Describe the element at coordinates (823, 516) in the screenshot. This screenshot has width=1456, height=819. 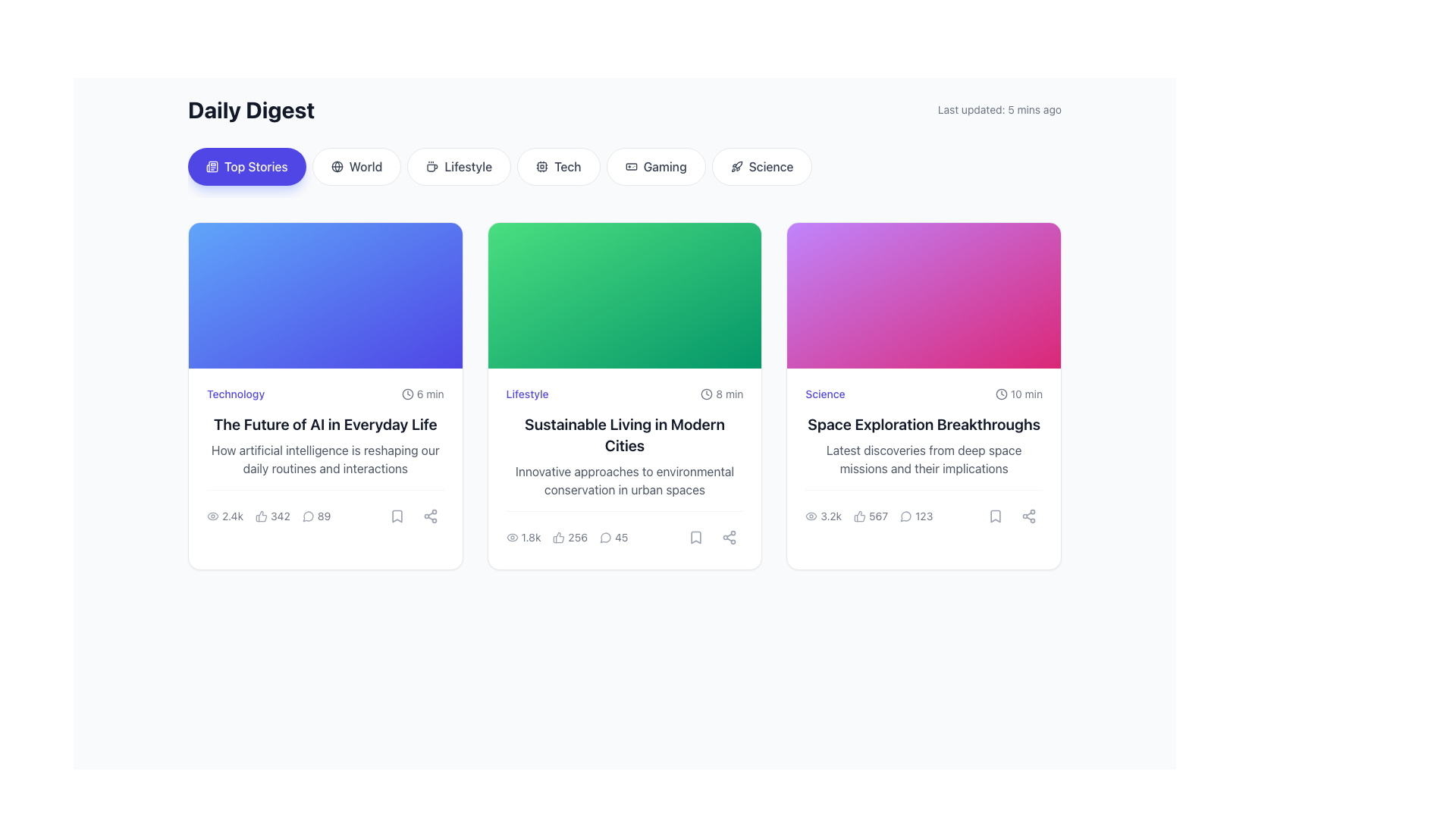
I see `the numerical value '3.2k' accompanied by the eye icon located at the bottom section of the third card in a horizontally aligned triplet of cards` at that location.